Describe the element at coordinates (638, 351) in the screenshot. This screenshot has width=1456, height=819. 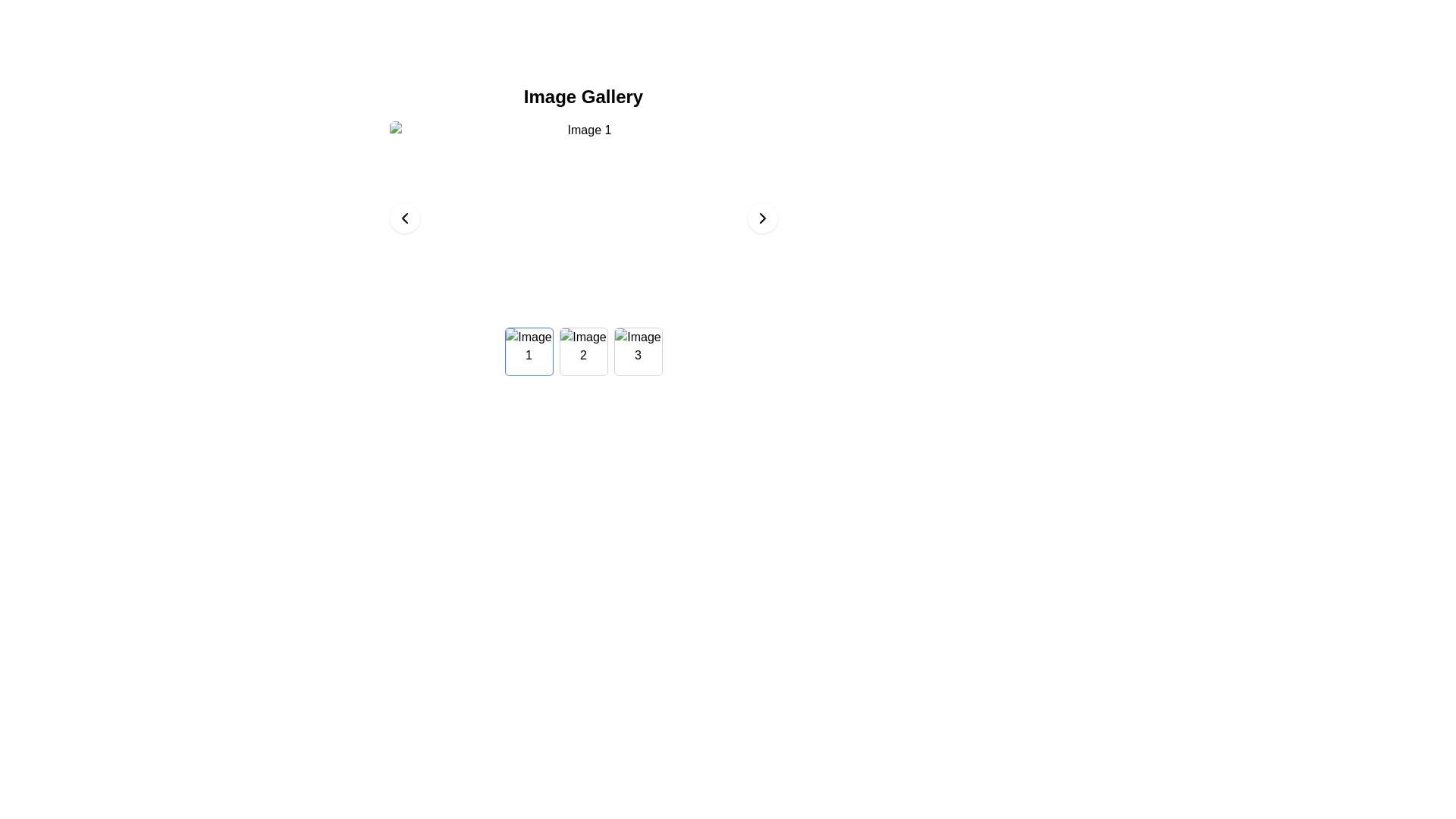
I see `the image thumbnail labeled 'Image 3'` at that location.